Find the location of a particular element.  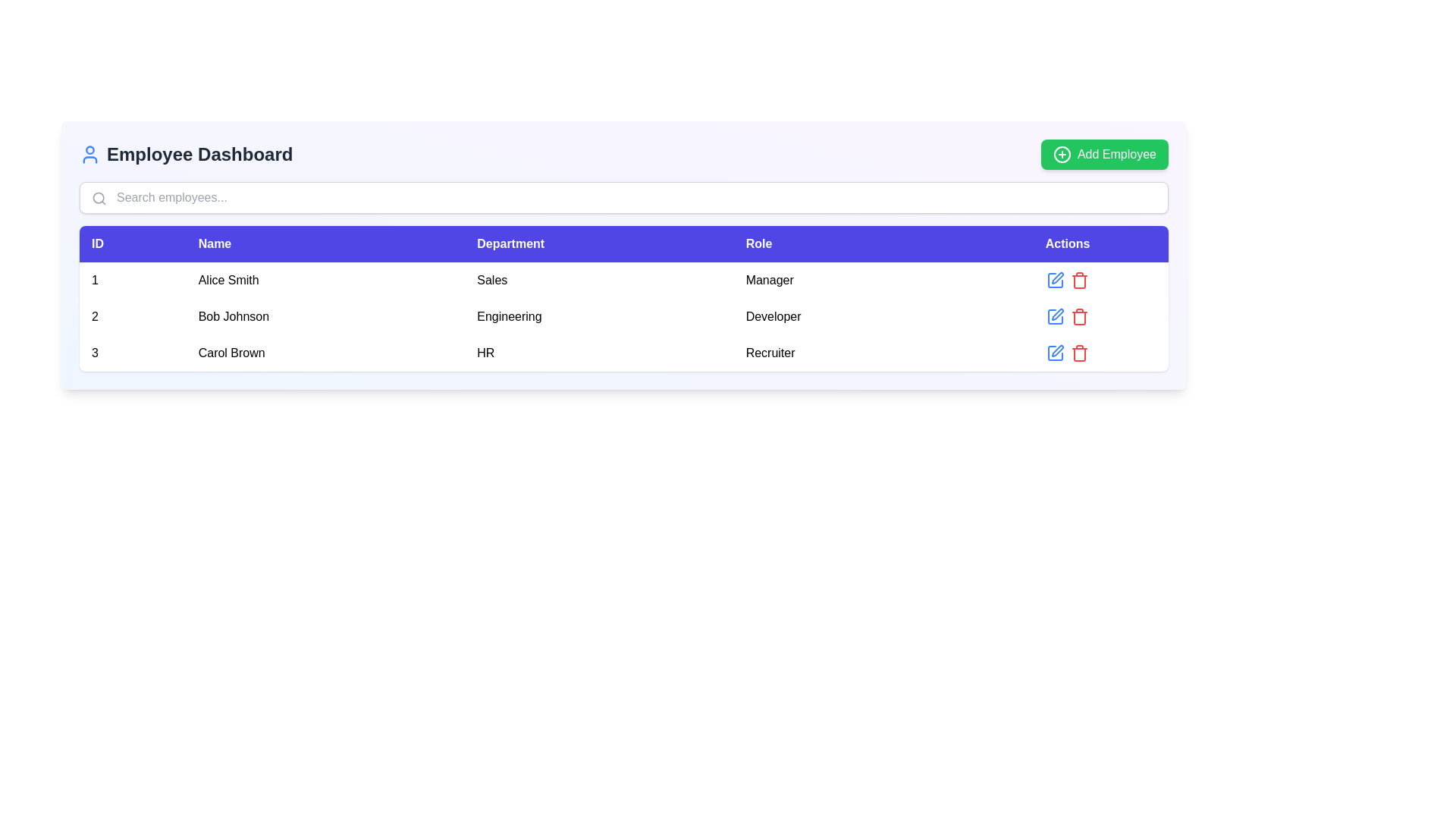

the first button in the grouping of clickable buttons for editing or deleting records in the 'Actions' column of the second row of the Employee Dashboard table is located at coordinates (1067, 315).